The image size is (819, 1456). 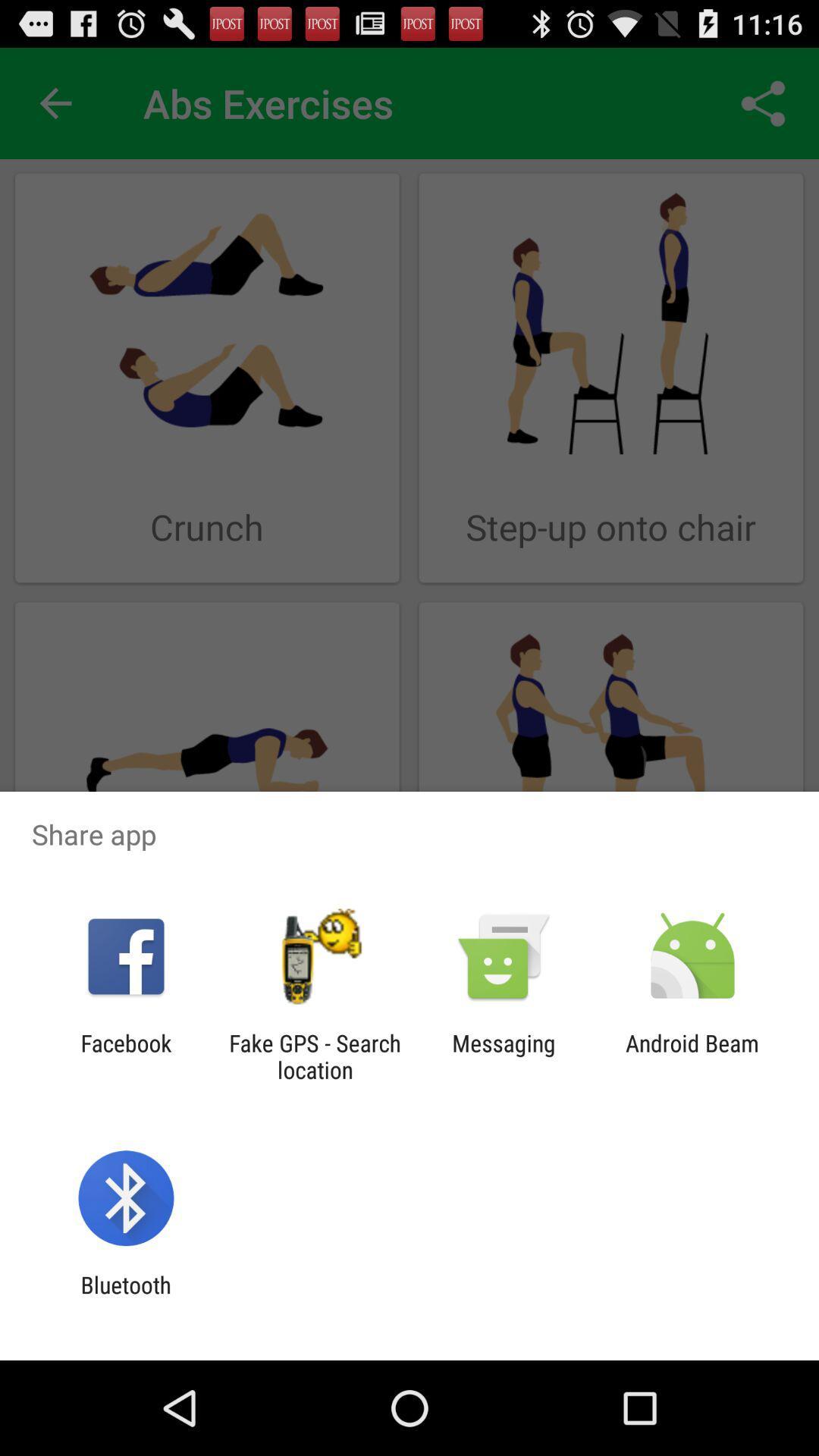 What do you see at coordinates (55, 102) in the screenshot?
I see `icon to the left of abs exercises app` at bounding box center [55, 102].